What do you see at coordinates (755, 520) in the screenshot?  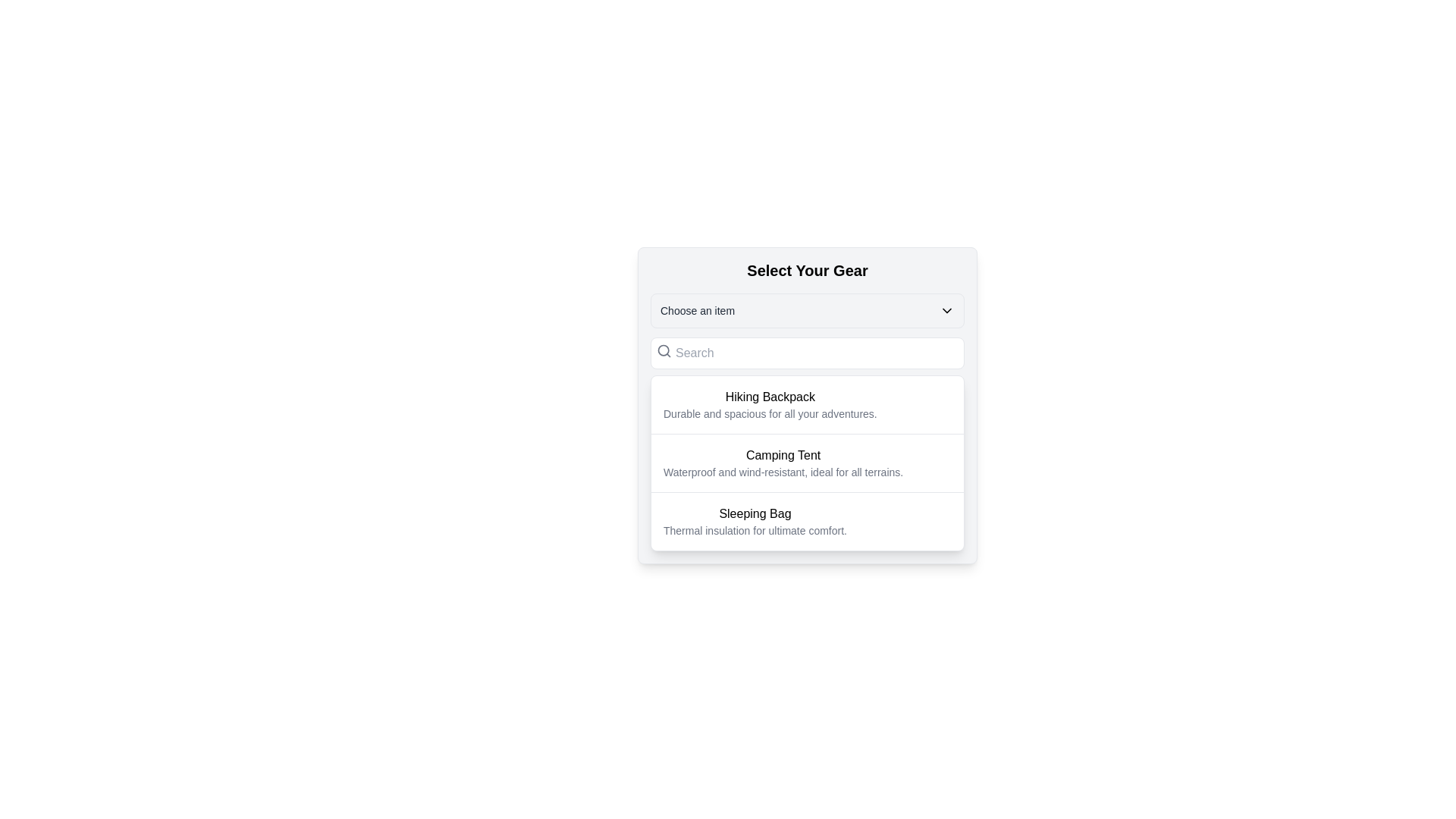 I see `the selectable list item titled 'Sleeping Bag' for keyboard navigation` at bounding box center [755, 520].